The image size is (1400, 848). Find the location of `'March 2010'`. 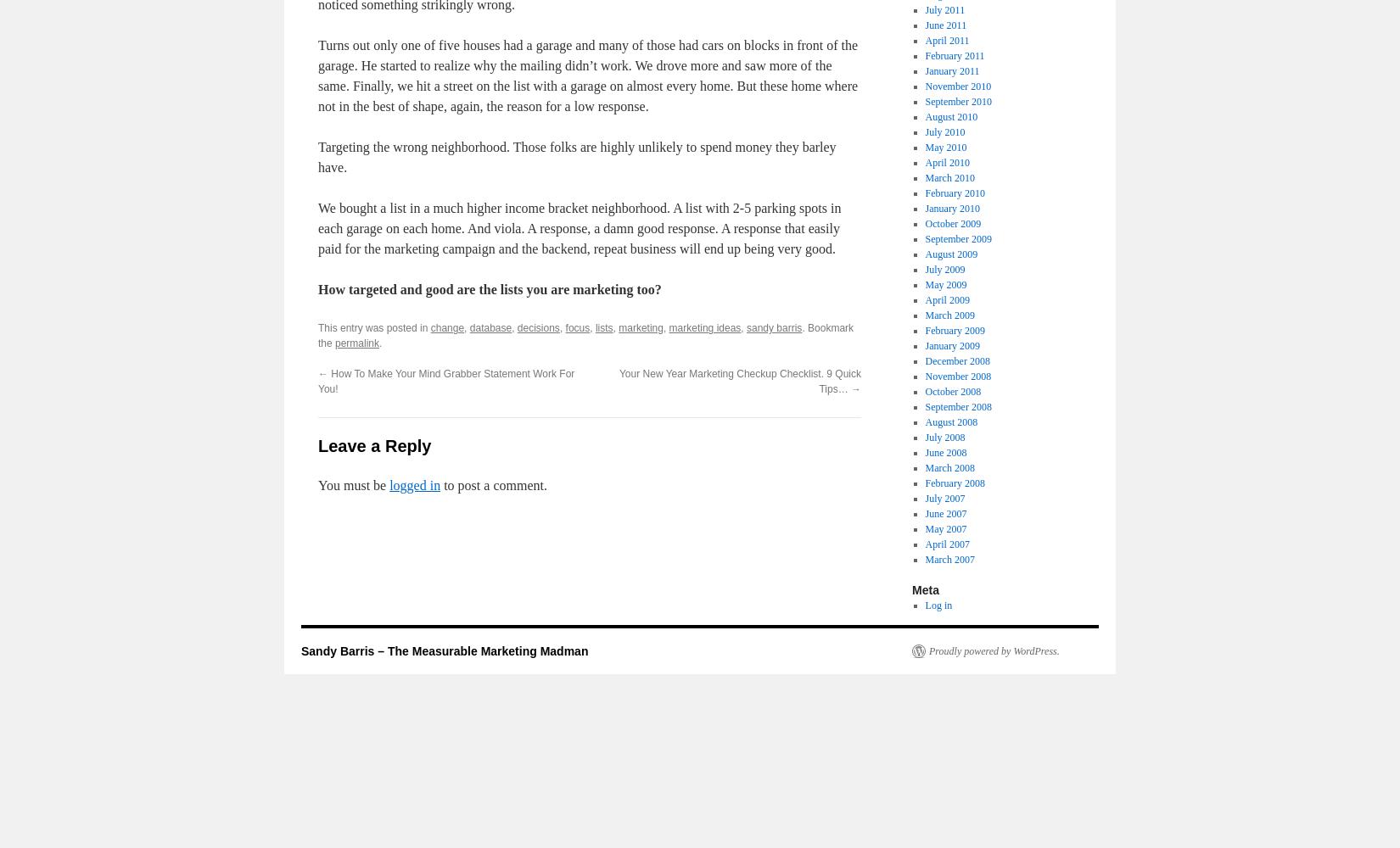

'March 2010' is located at coordinates (924, 177).